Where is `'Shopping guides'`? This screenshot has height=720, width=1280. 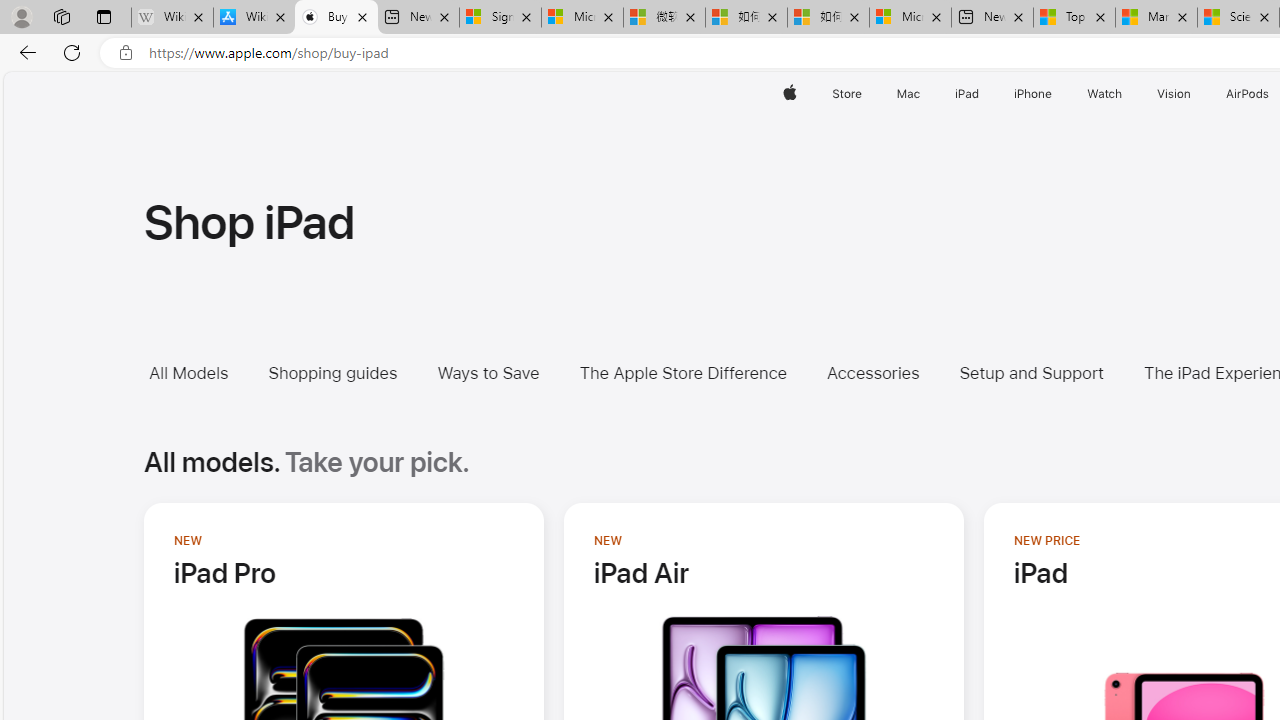 'Shopping guides' is located at coordinates (347, 373).